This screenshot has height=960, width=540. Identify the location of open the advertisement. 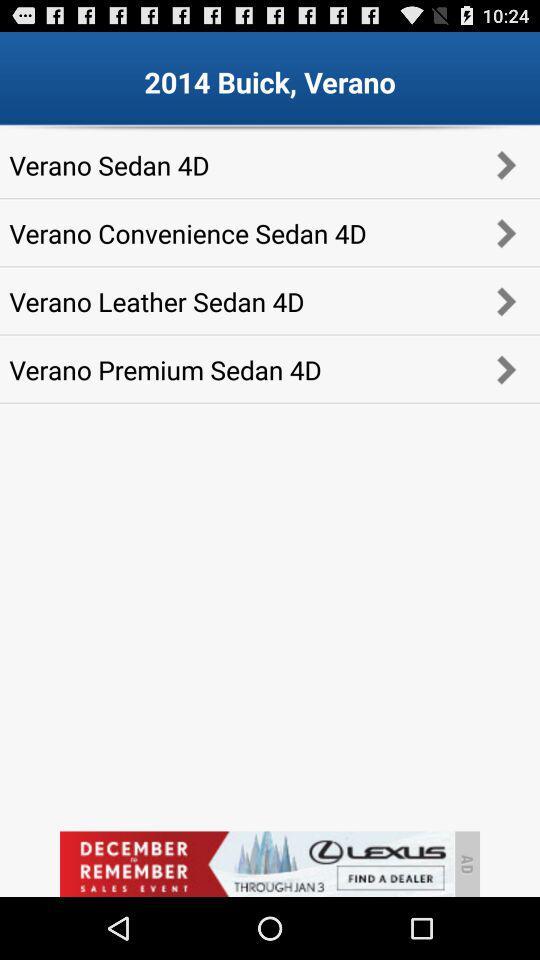
(256, 863).